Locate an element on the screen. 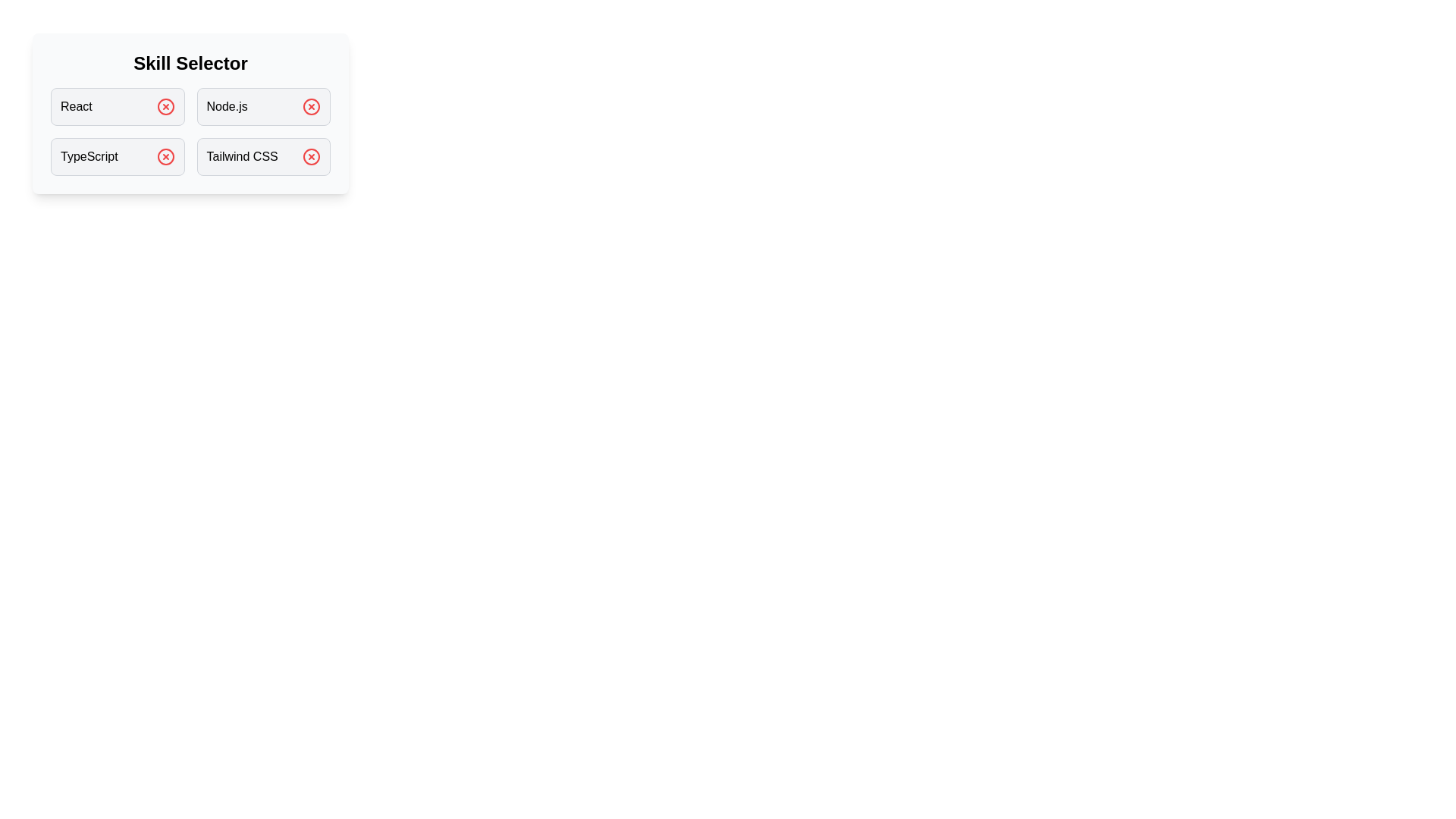  the skill box labeled TypeScript is located at coordinates (117, 157).